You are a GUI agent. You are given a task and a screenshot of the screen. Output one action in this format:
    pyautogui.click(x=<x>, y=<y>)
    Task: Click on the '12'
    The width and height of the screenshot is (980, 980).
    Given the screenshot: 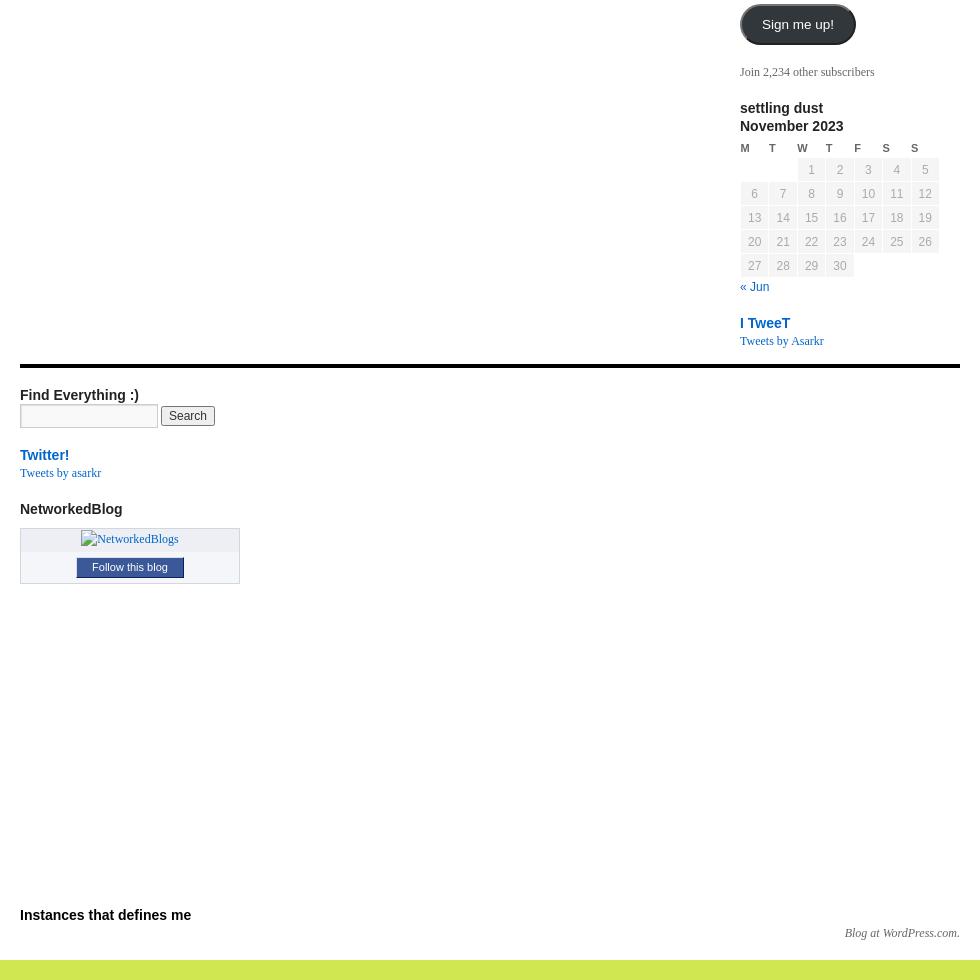 What is the action you would take?
    pyautogui.click(x=924, y=194)
    